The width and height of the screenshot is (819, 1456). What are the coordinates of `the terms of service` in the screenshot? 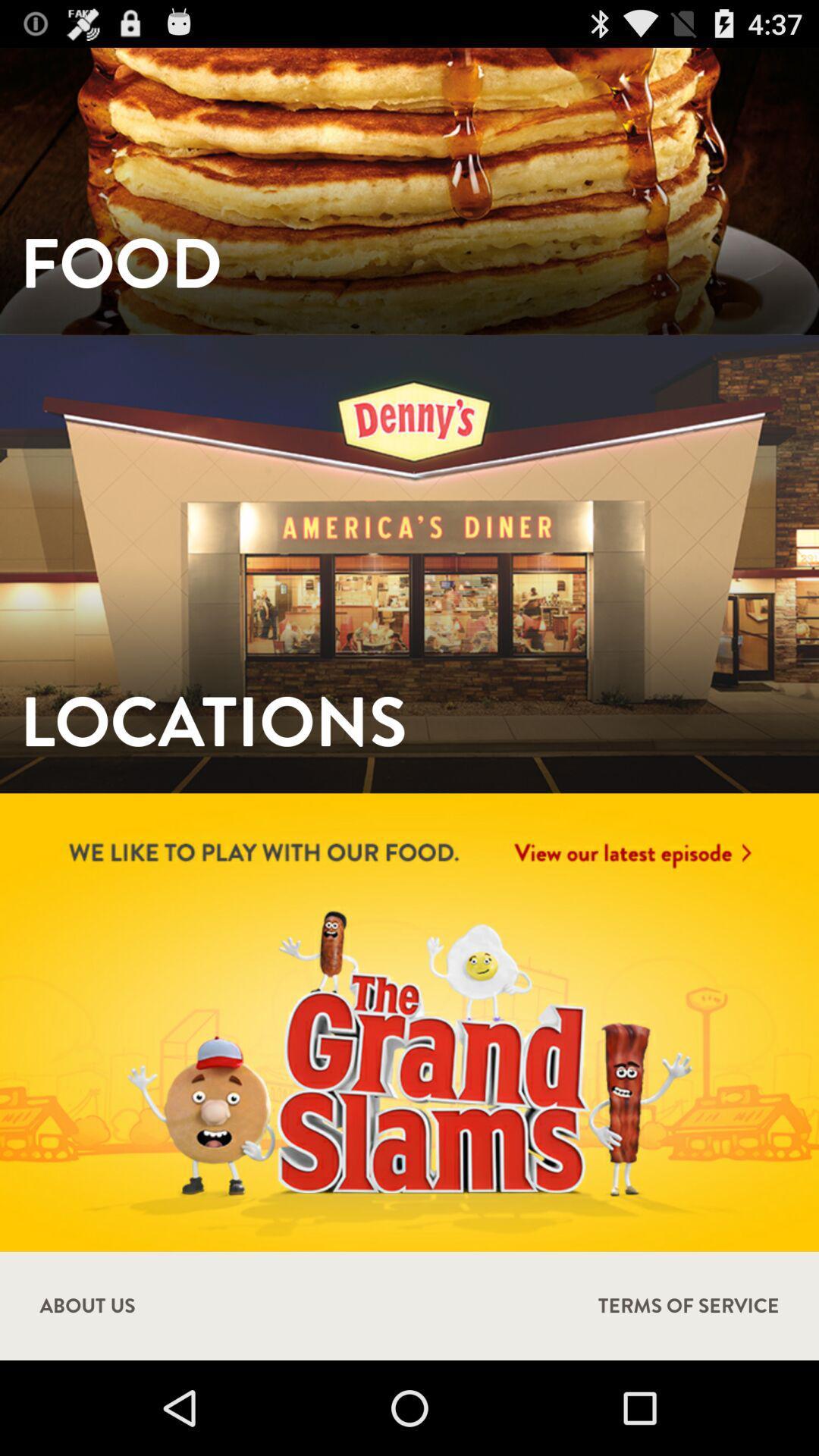 It's located at (689, 1305).